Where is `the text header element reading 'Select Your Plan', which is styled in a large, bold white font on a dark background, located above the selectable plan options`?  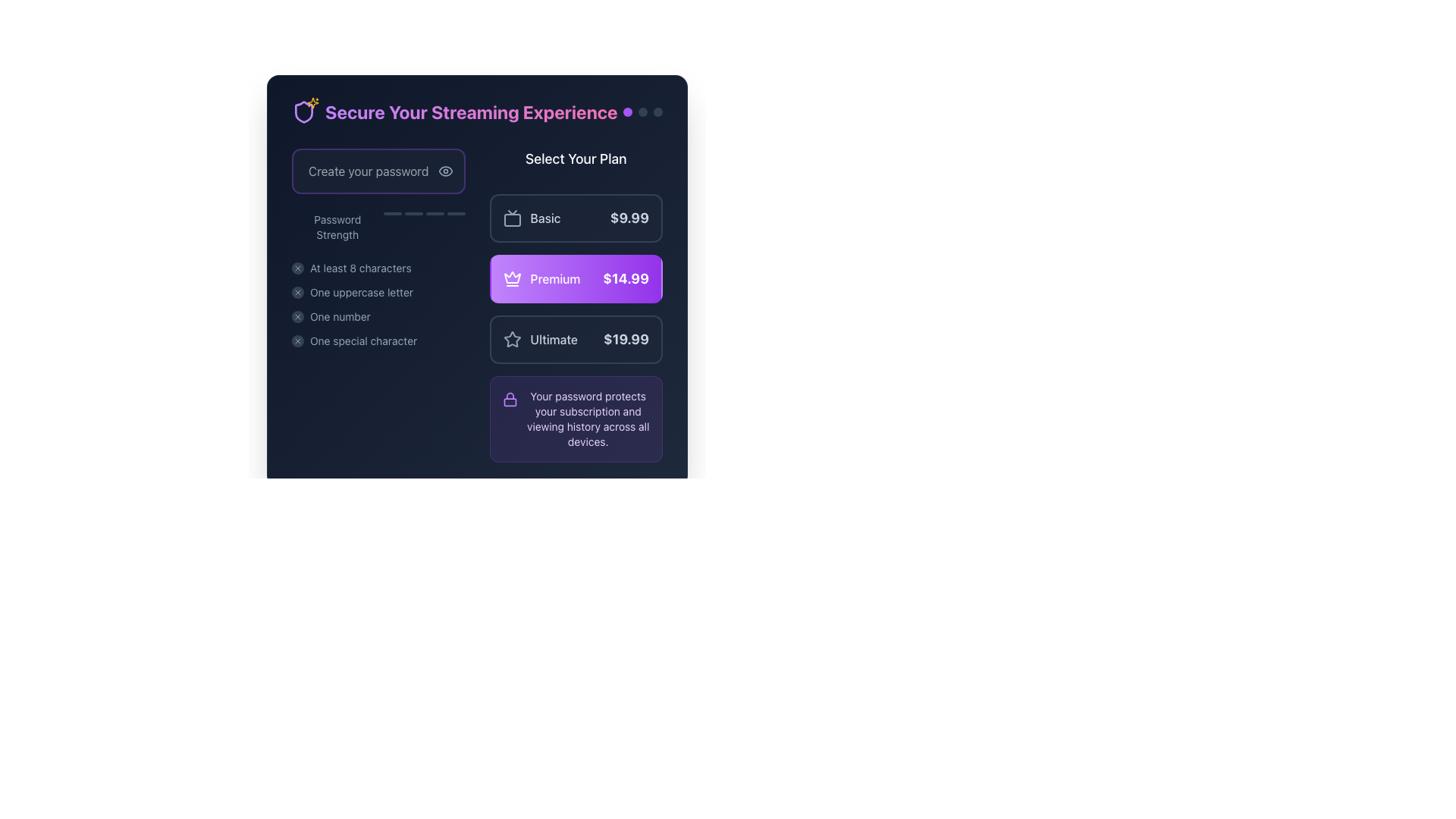 the text header element reading 'Select Your Plan', which is styled in a large, bold white font on a dark background, located above the selectable plan options is located at coordinates (575, 158).